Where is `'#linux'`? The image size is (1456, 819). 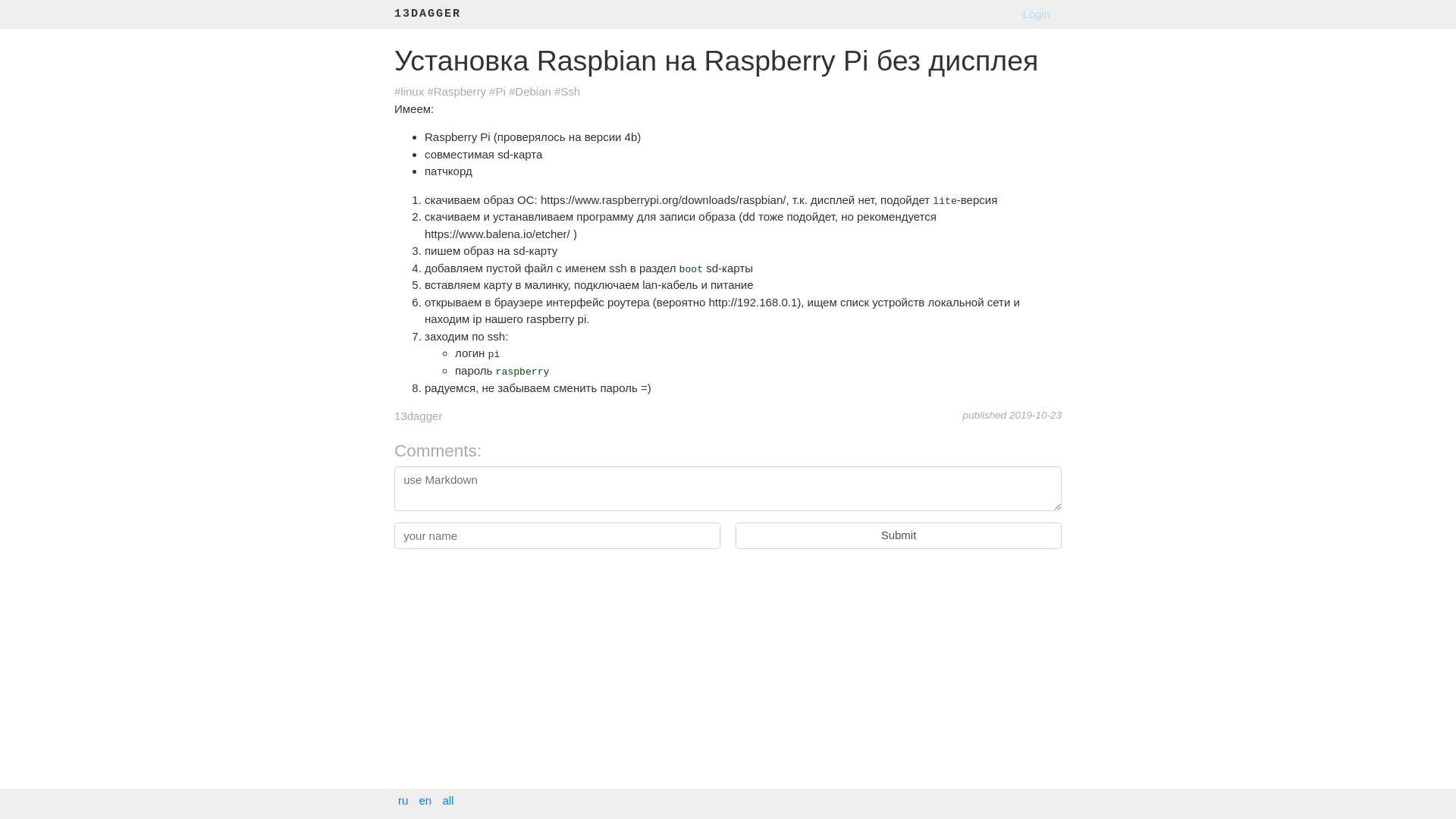 '#linux' is located at coordinates (409, 91).